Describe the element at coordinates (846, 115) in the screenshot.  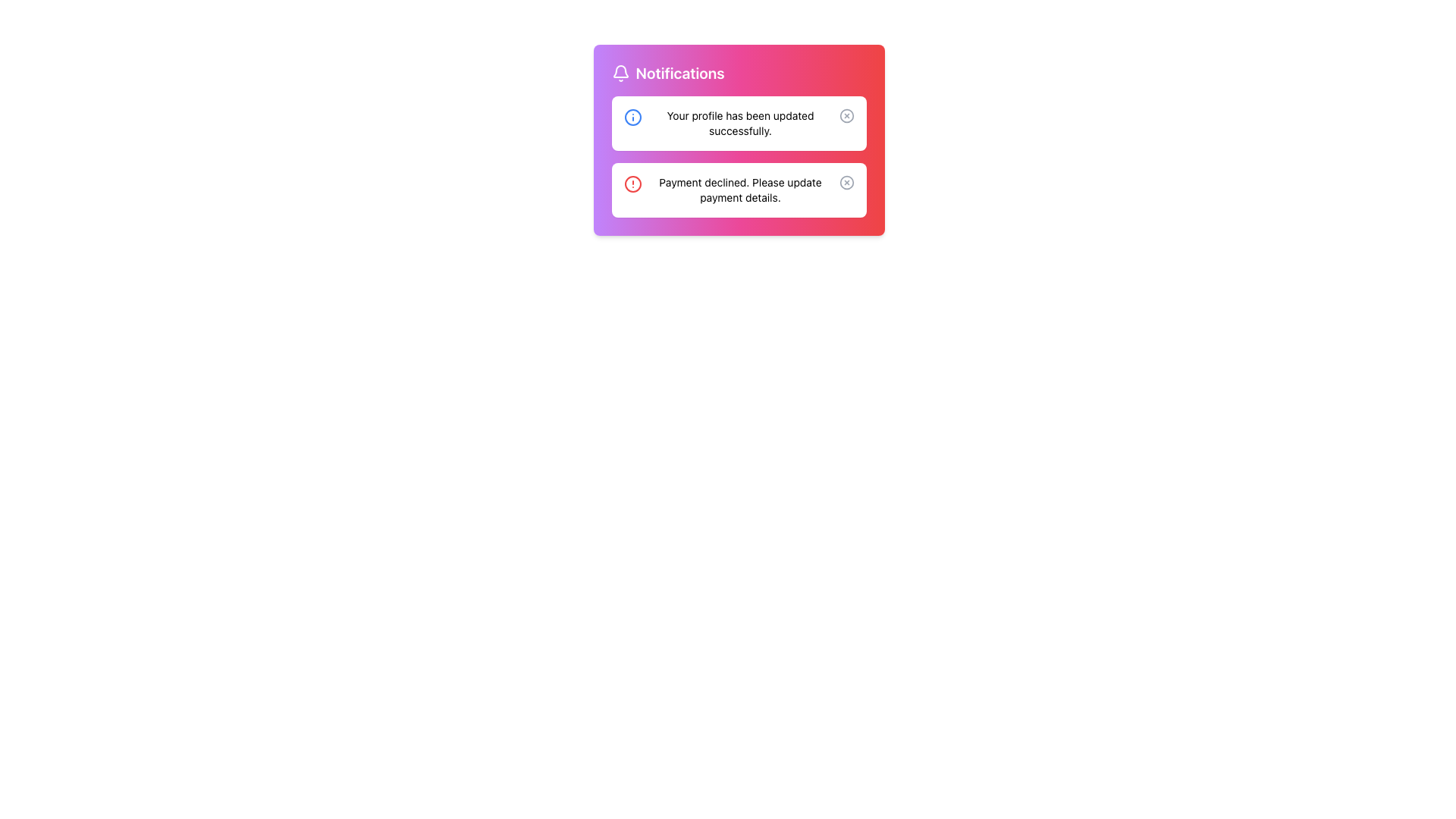
I see `the circular close button with a cross (X) mark in the center` at that location.